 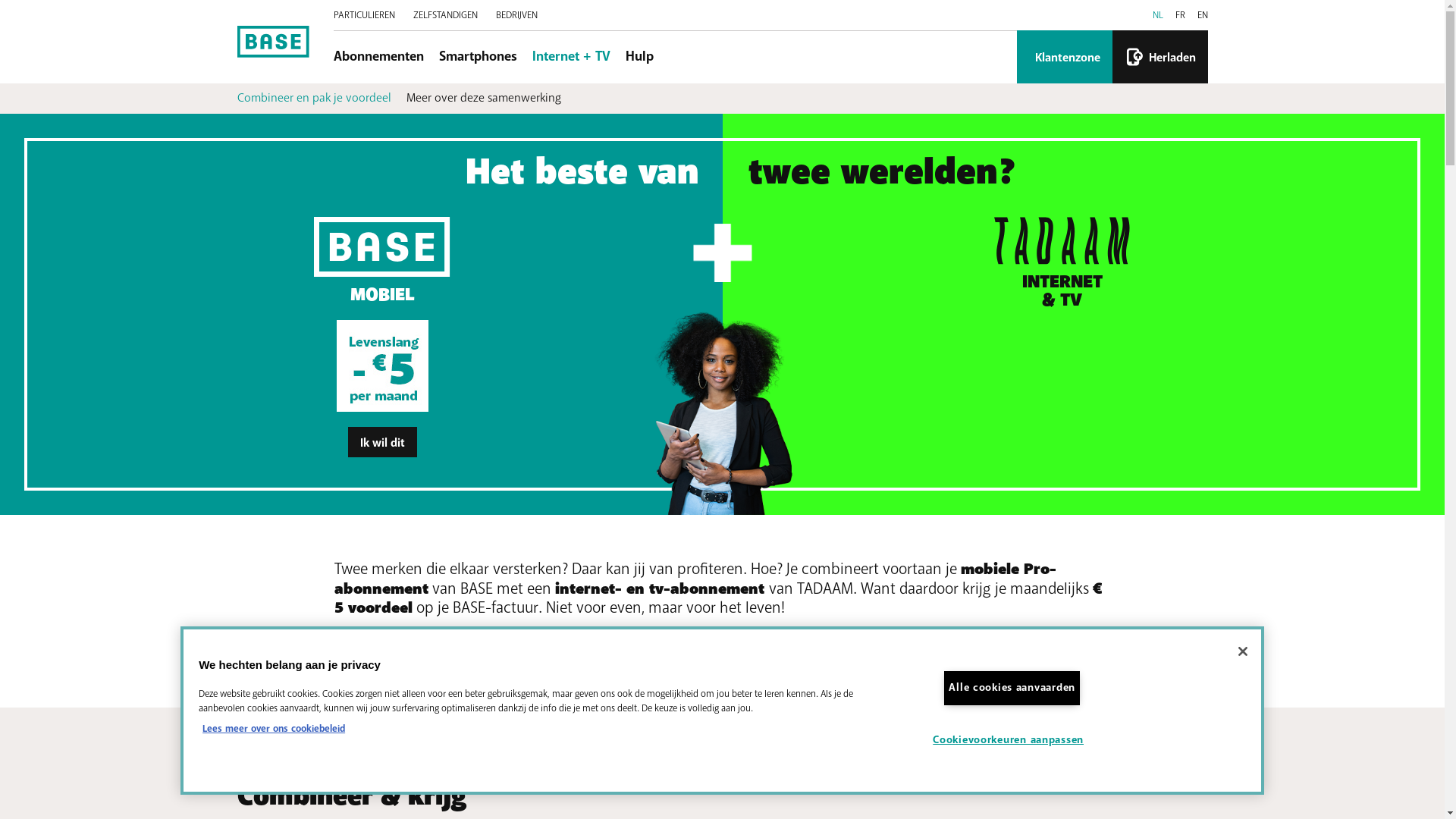 I want to click on 'PARTICULIEREN', so click(x=364, y=14).